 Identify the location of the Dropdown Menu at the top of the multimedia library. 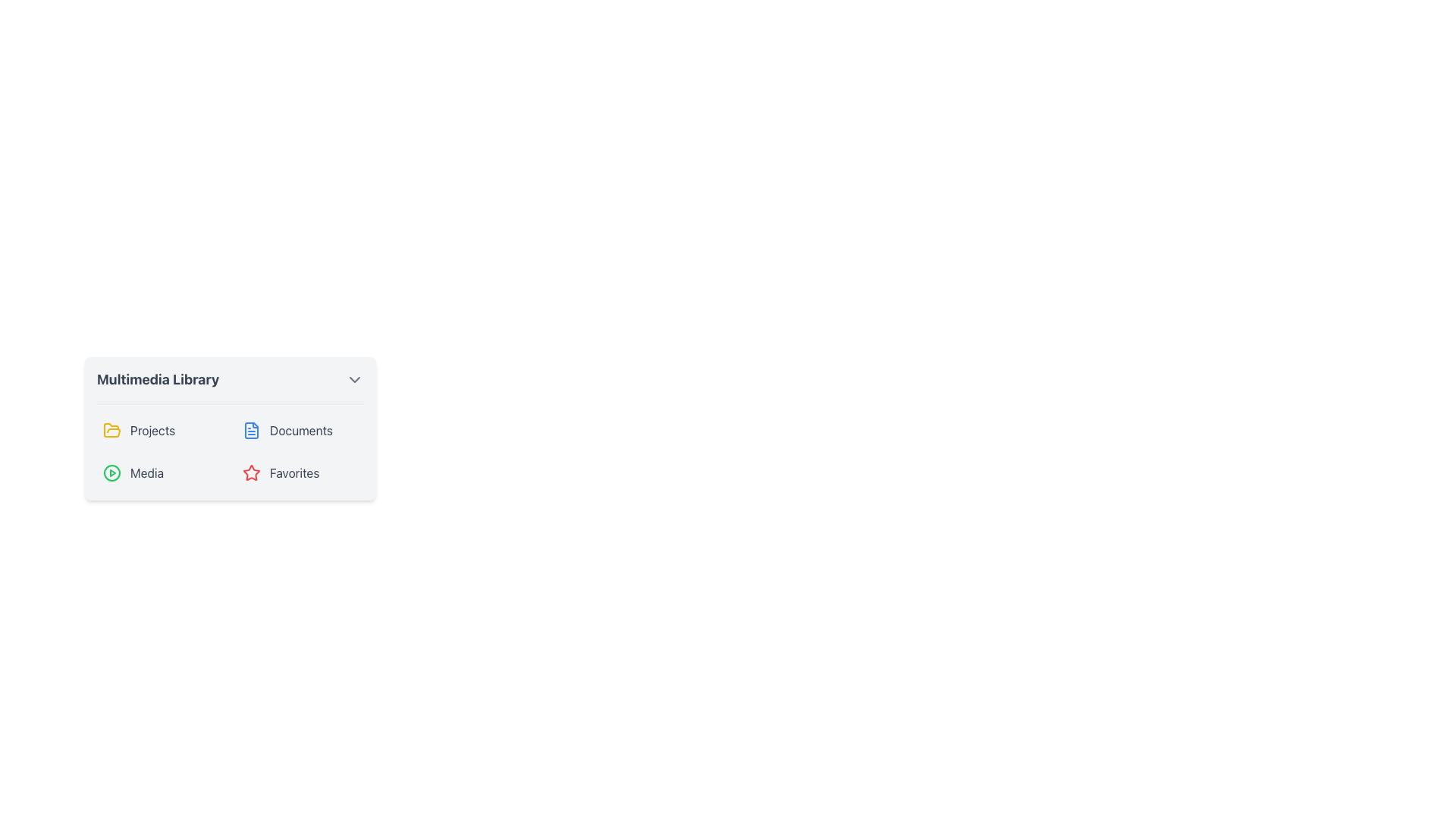
(229, 379).